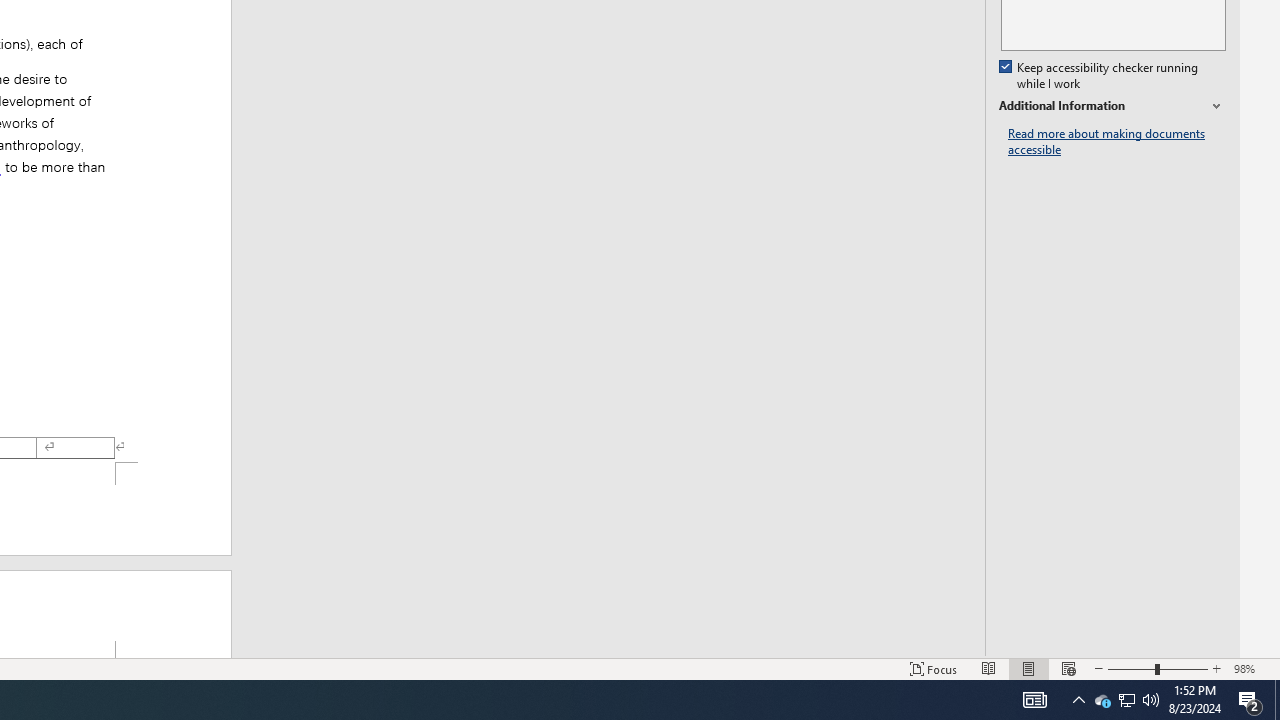 Image resolution: width=1280 pixels, height=720 pixels. What do you see at coordinates (1116, 141) in the screenshot?
I see `'Read more about making documents accessible'` at bounding box center [1116, 141].